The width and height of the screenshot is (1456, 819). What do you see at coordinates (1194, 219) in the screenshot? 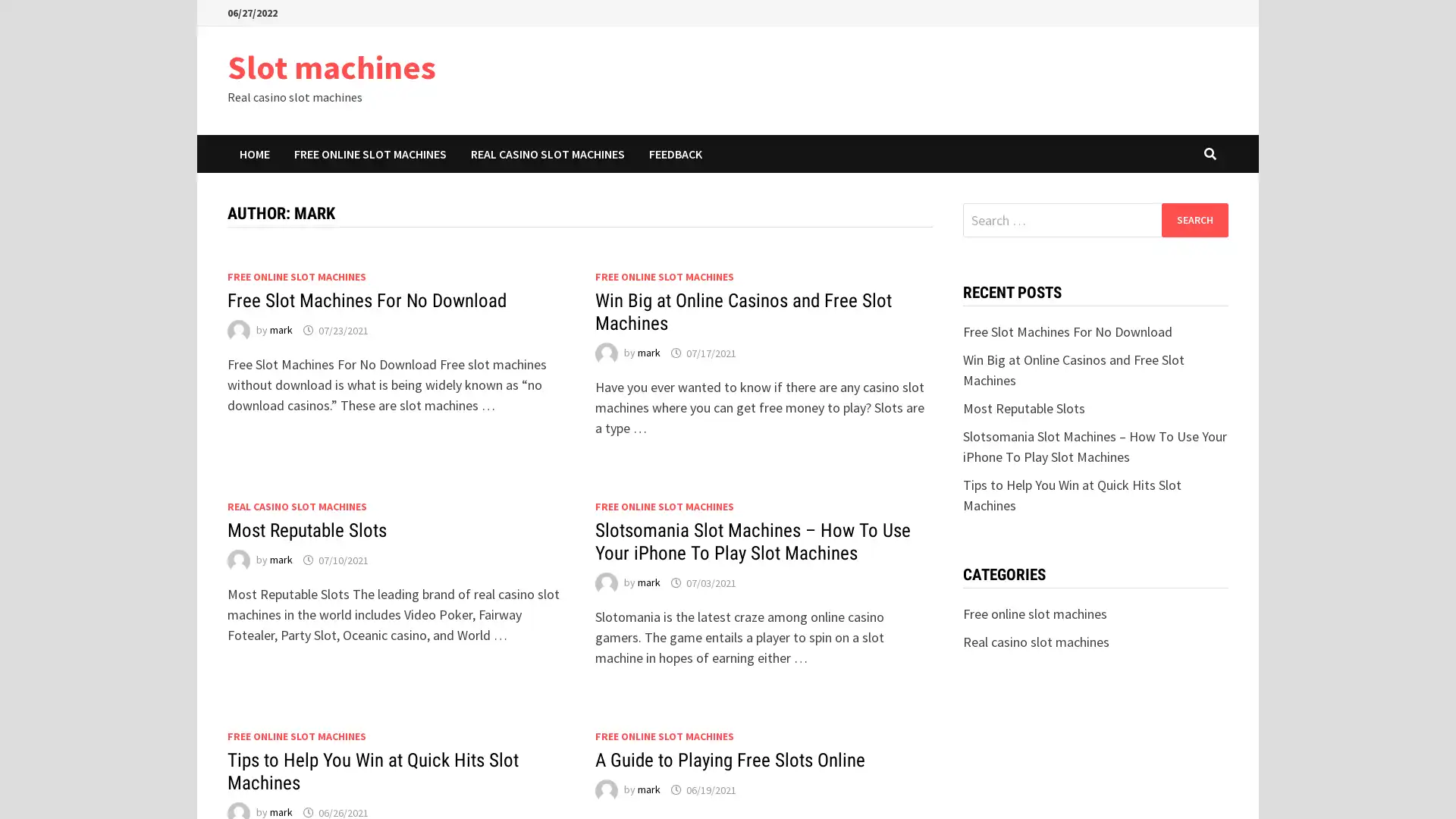
I see `Search` at bounding box center [1194, 219].